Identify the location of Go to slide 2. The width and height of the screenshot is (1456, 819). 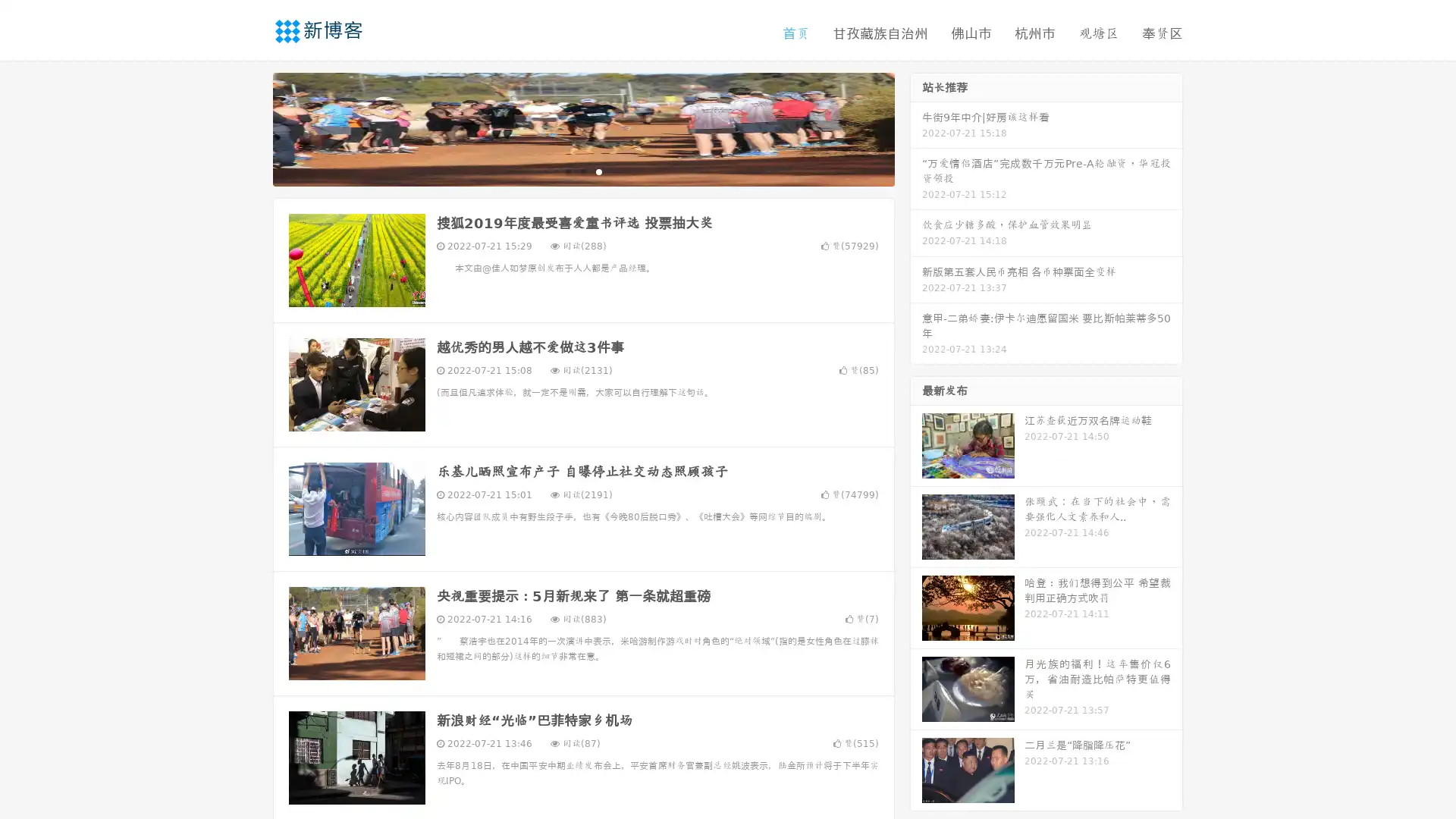
(582, 171).